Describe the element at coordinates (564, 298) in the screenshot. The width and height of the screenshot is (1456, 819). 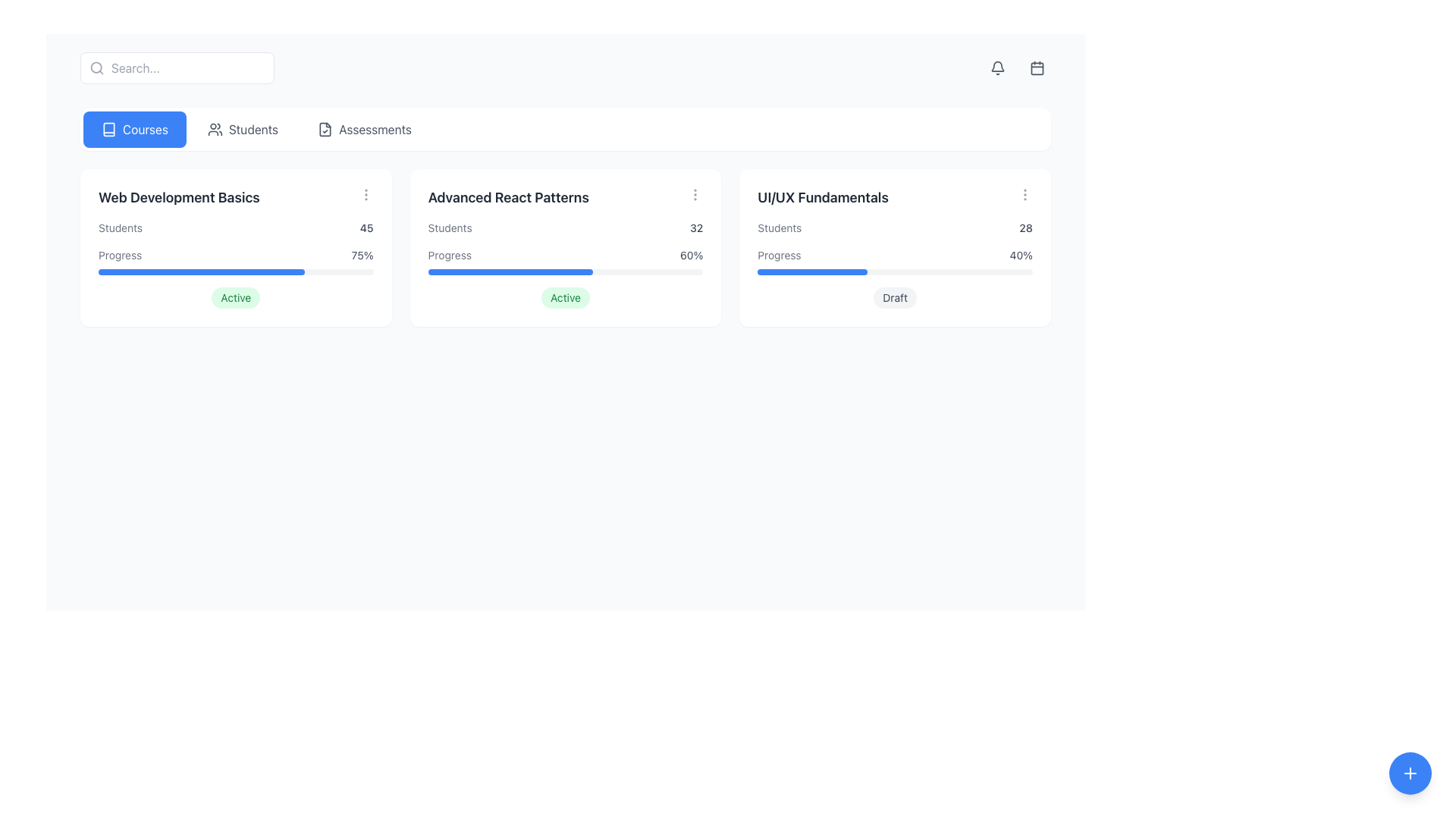
I see `the 'Active' badge with a light green background located at the bottom center of the 'Advanced React Patterns' course card` at that location.